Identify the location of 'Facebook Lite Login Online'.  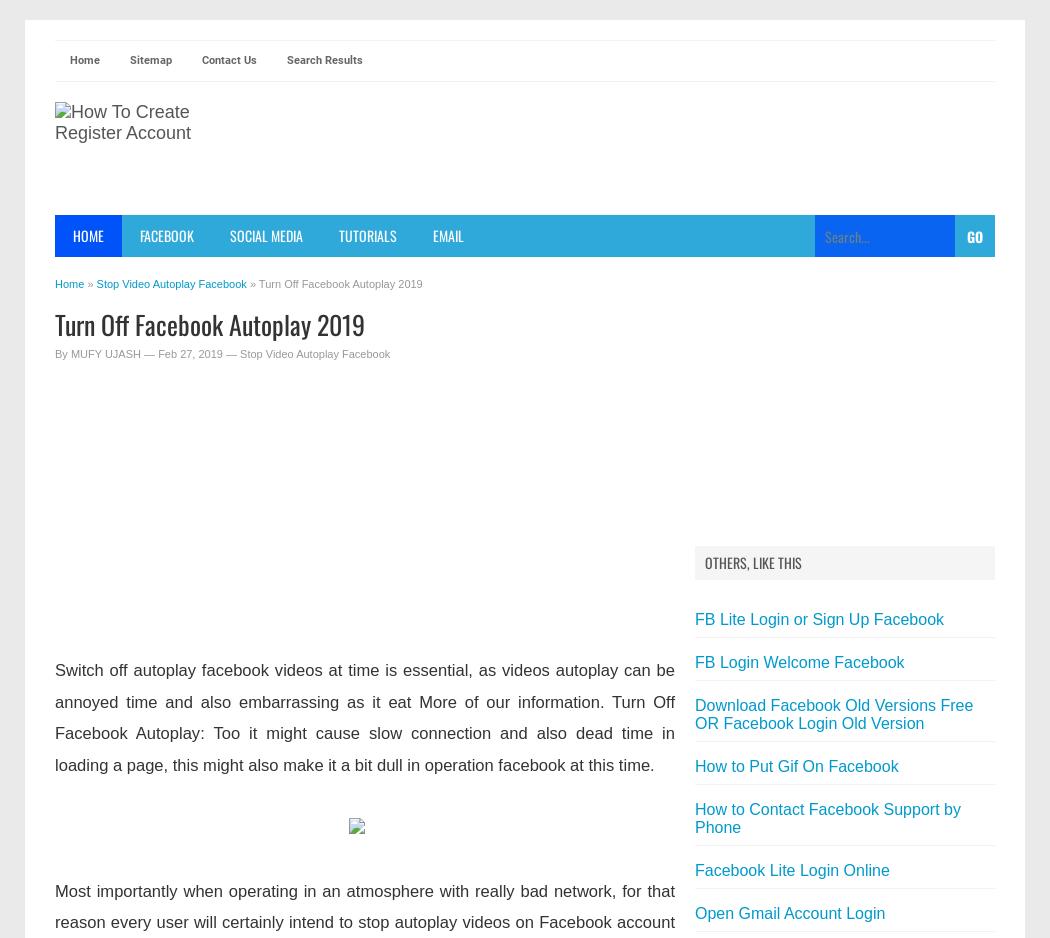
(791, 869).